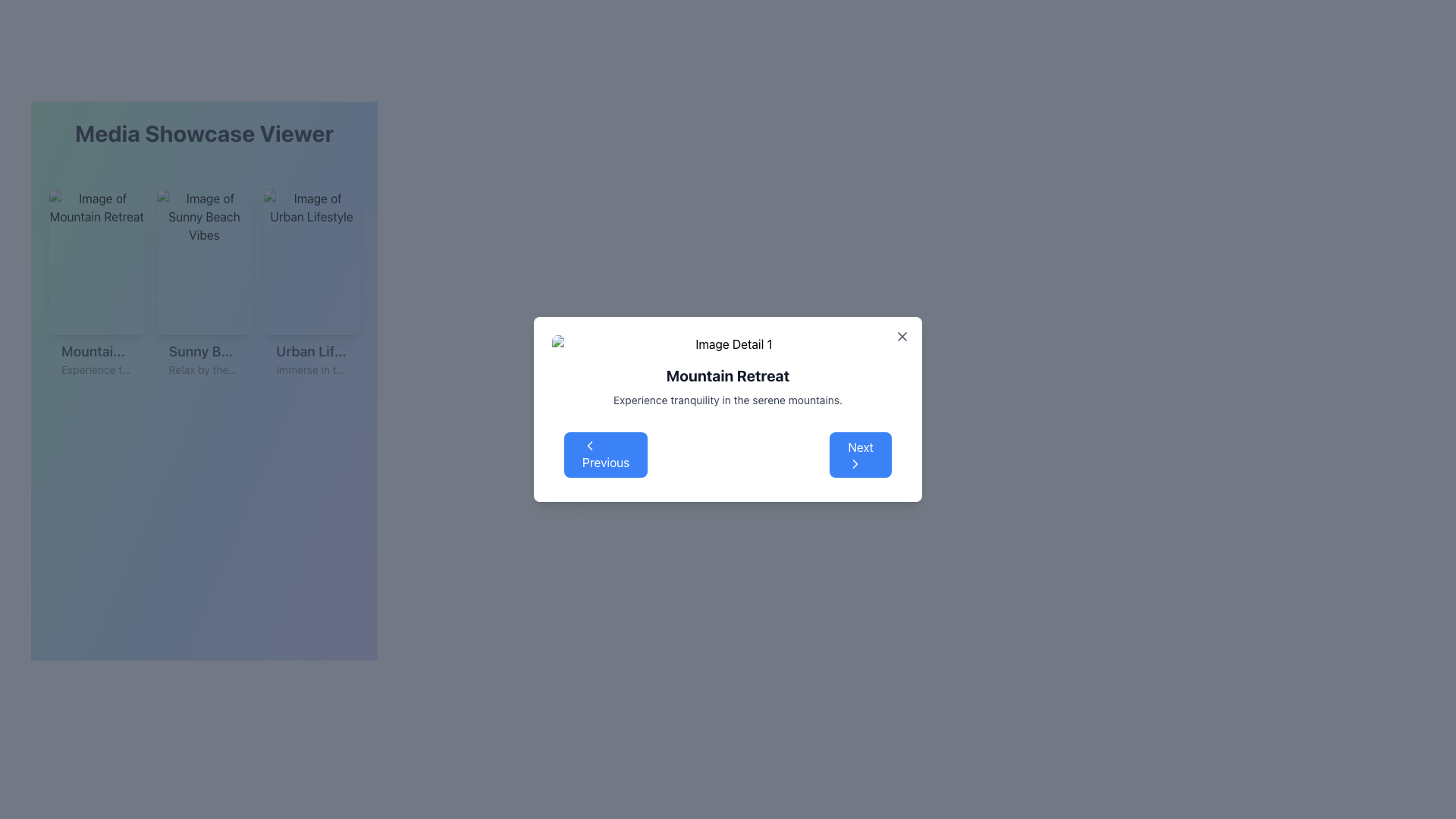  I want to click on the image representing 'Urban Lifestyle' located at the top section of the third card in a horizontal list of similar cards, so click(311, 262).